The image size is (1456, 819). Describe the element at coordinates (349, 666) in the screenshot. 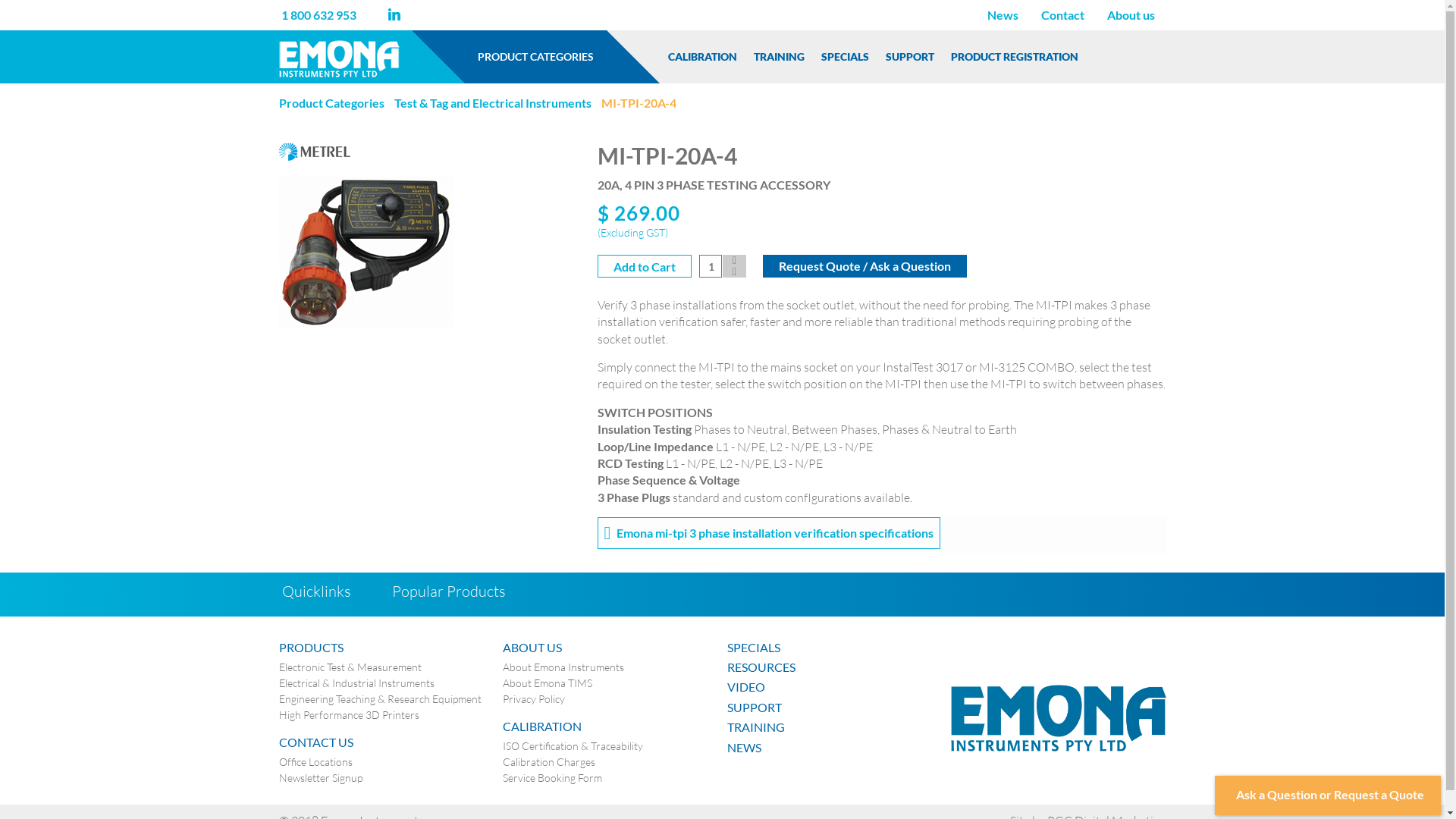

I see `'Electronic Test & Measurement'` at that location.